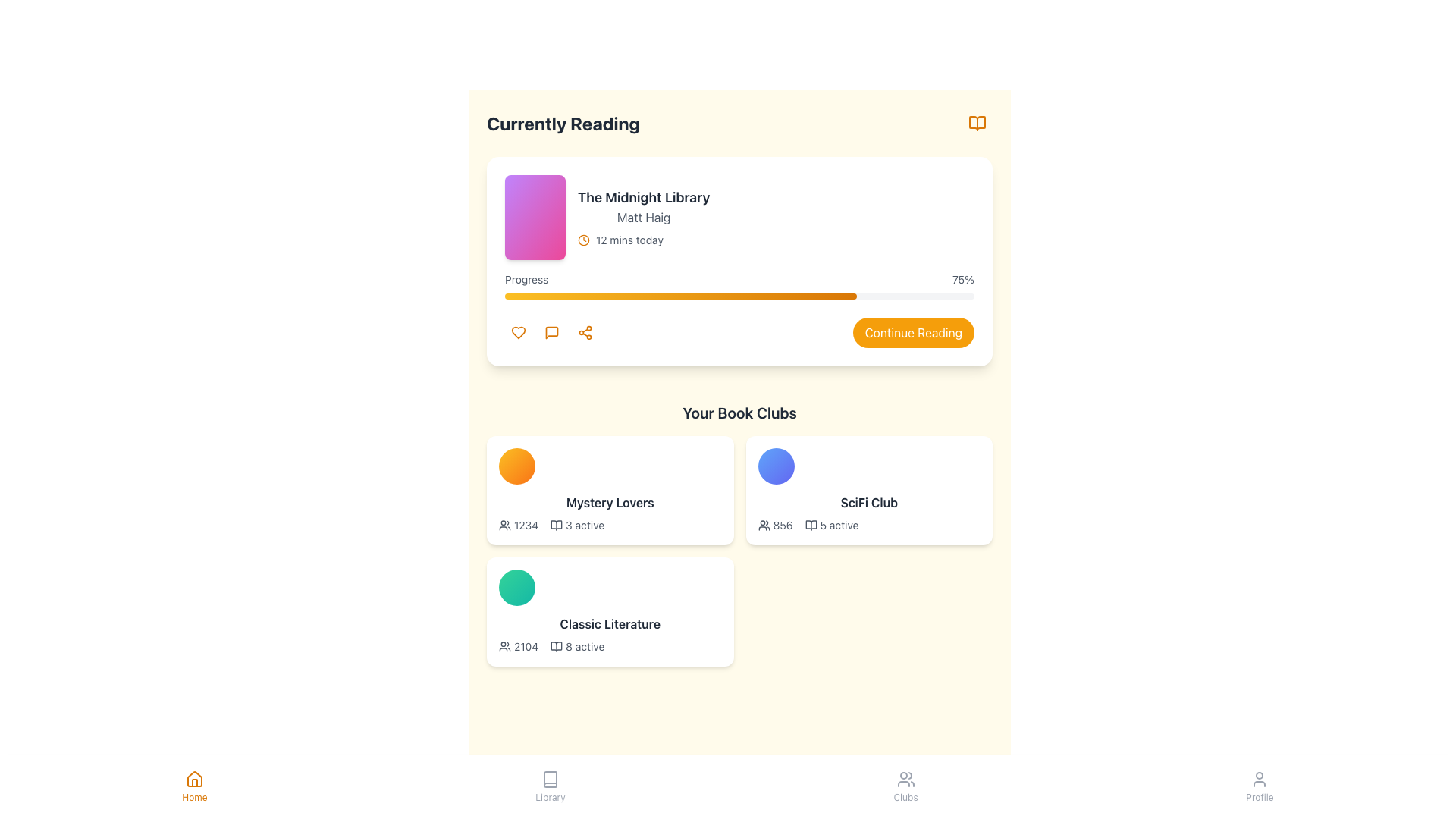 This screenshot has height=819, width=1456. Describe the element at coordinates (582, 239) in the screenshot. I see `the outer circular shape of the clock icon, which is styled in amber-600 color and has a radius of approximately 10 units, located near the top-right corner of the 'Currently Reading' section header` at that location.